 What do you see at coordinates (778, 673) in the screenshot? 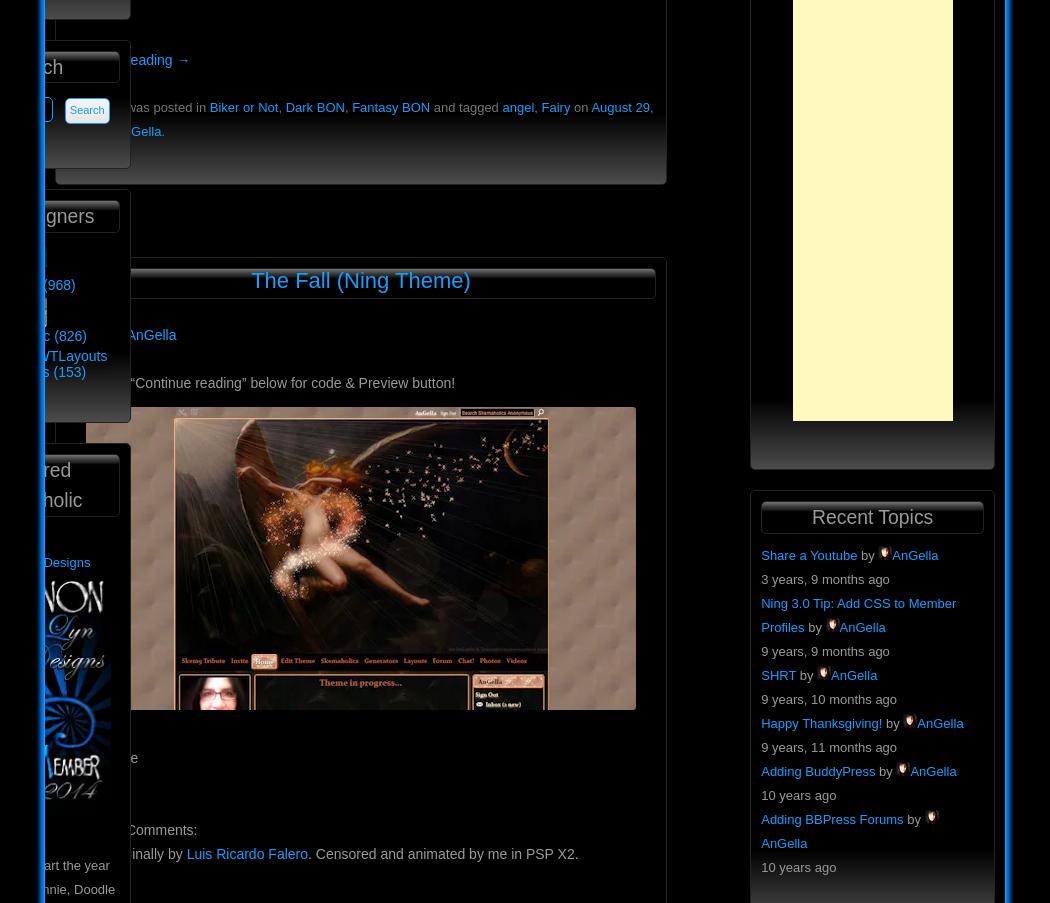
I see `'SHRT'` at bounding box center [778, 673].